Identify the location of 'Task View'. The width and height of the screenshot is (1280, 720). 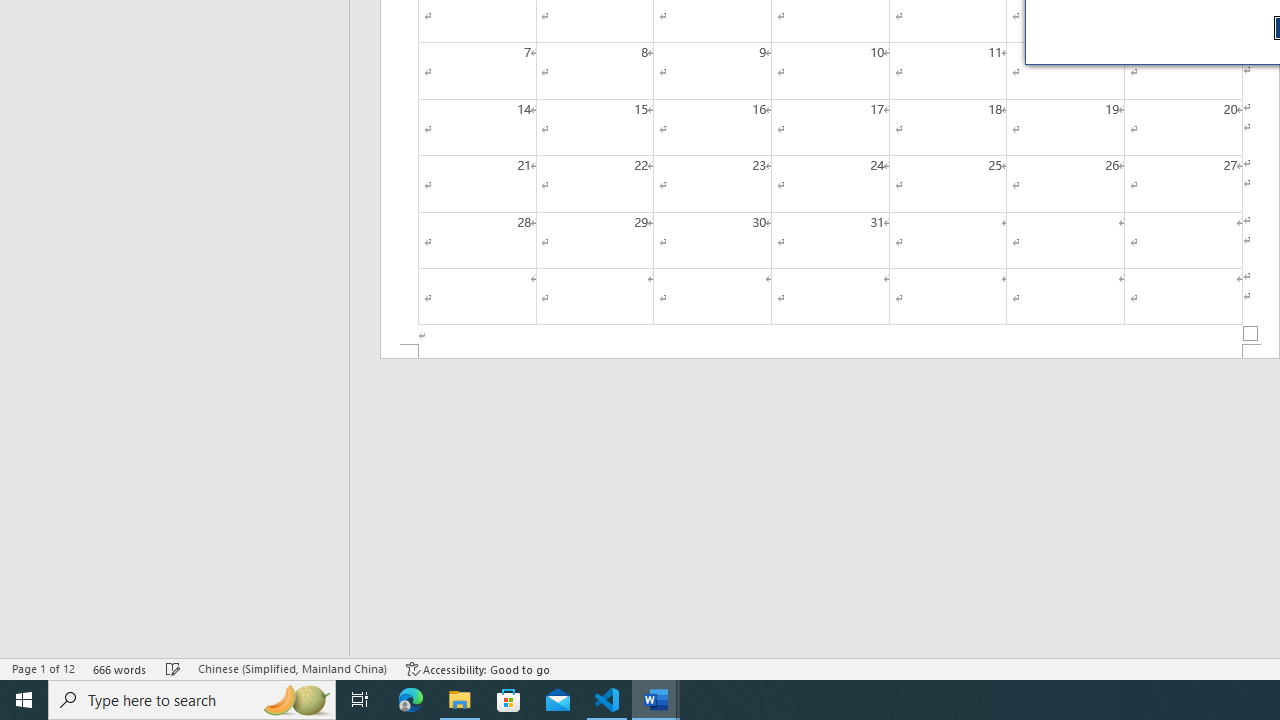
(359, 698).